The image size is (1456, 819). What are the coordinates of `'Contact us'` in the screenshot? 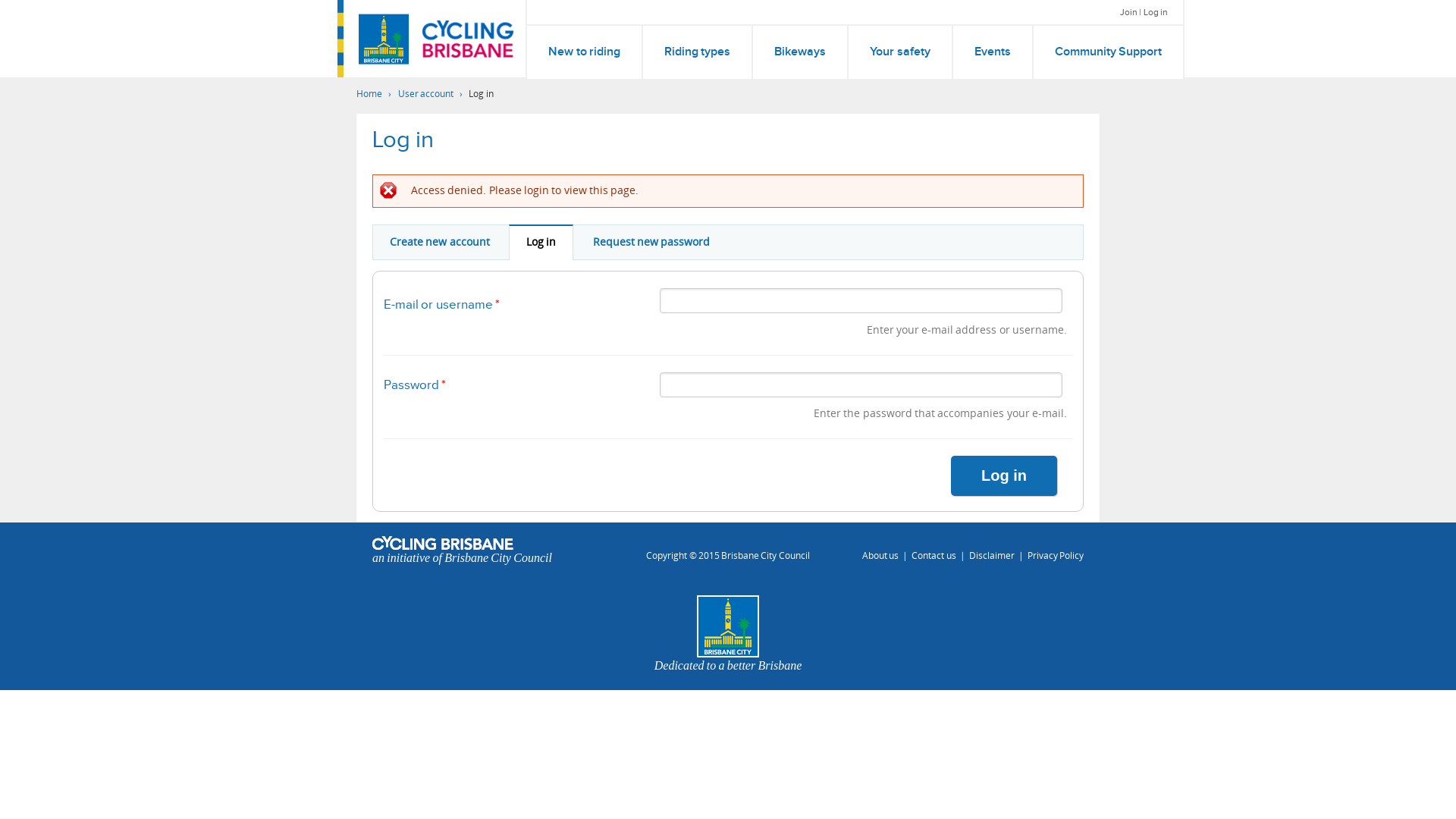 It's located at (932, 555).